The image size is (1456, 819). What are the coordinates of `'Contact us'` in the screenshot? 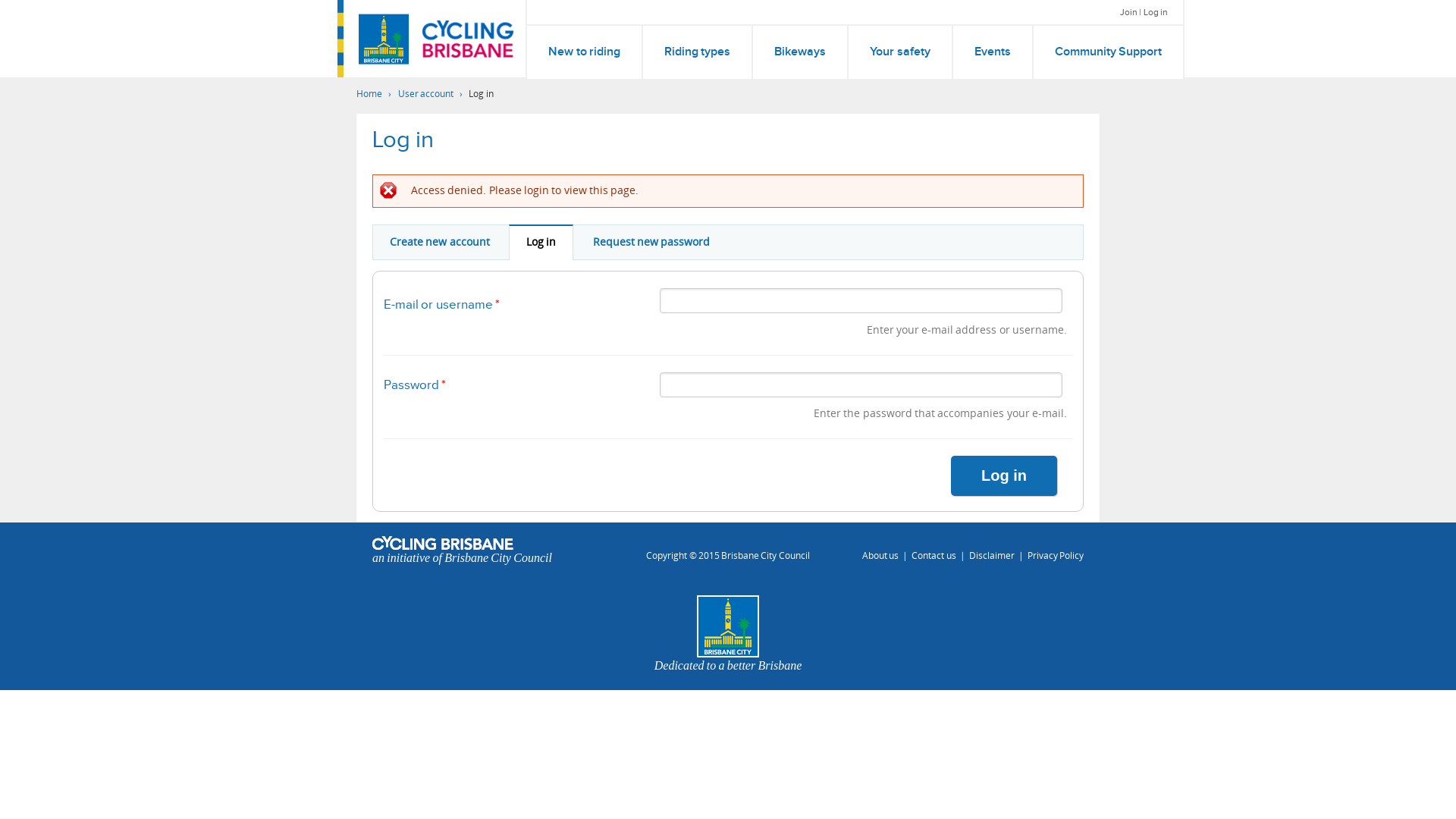 It's located at (932, 555).